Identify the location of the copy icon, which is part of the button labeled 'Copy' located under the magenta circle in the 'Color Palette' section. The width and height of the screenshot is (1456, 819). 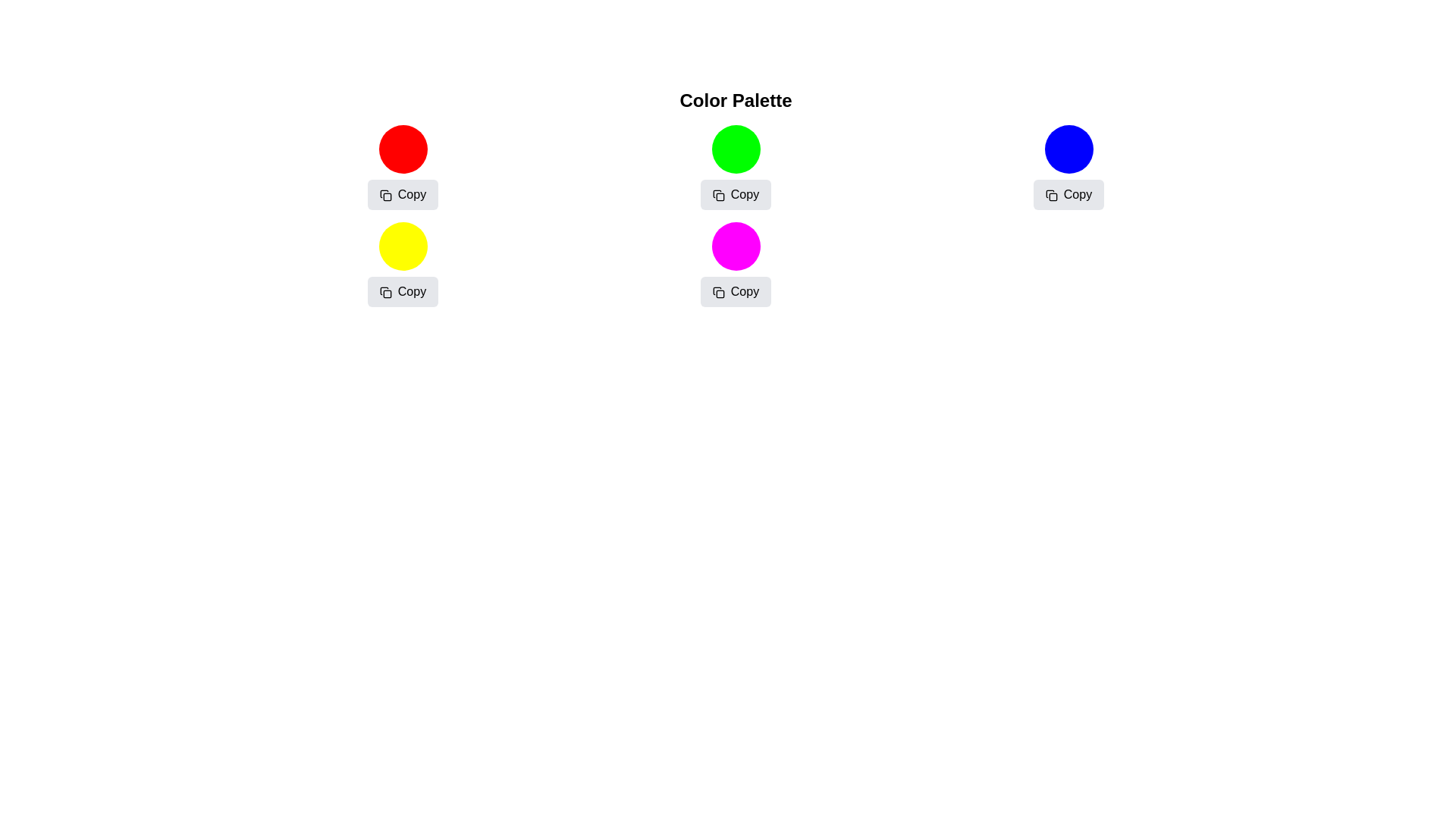
(717, 292).